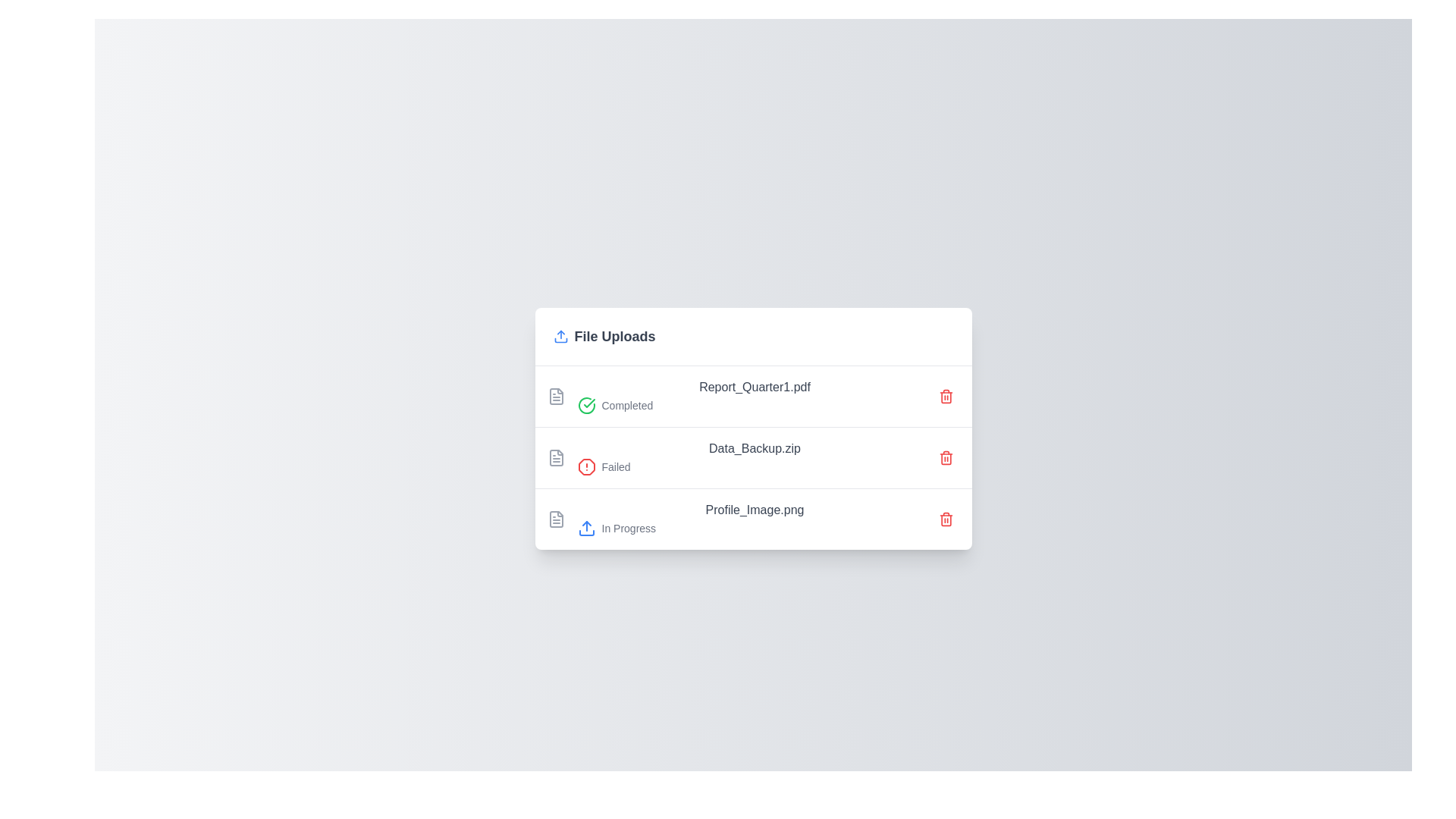 The height and width of the screenshot is (819, 1456). Describe the element at coordinates (555, 518) in the screenshot. I see `the document icon located in the third row of the file upload list, positioned to the left of the 'Profile_Image.png' label` at that location.